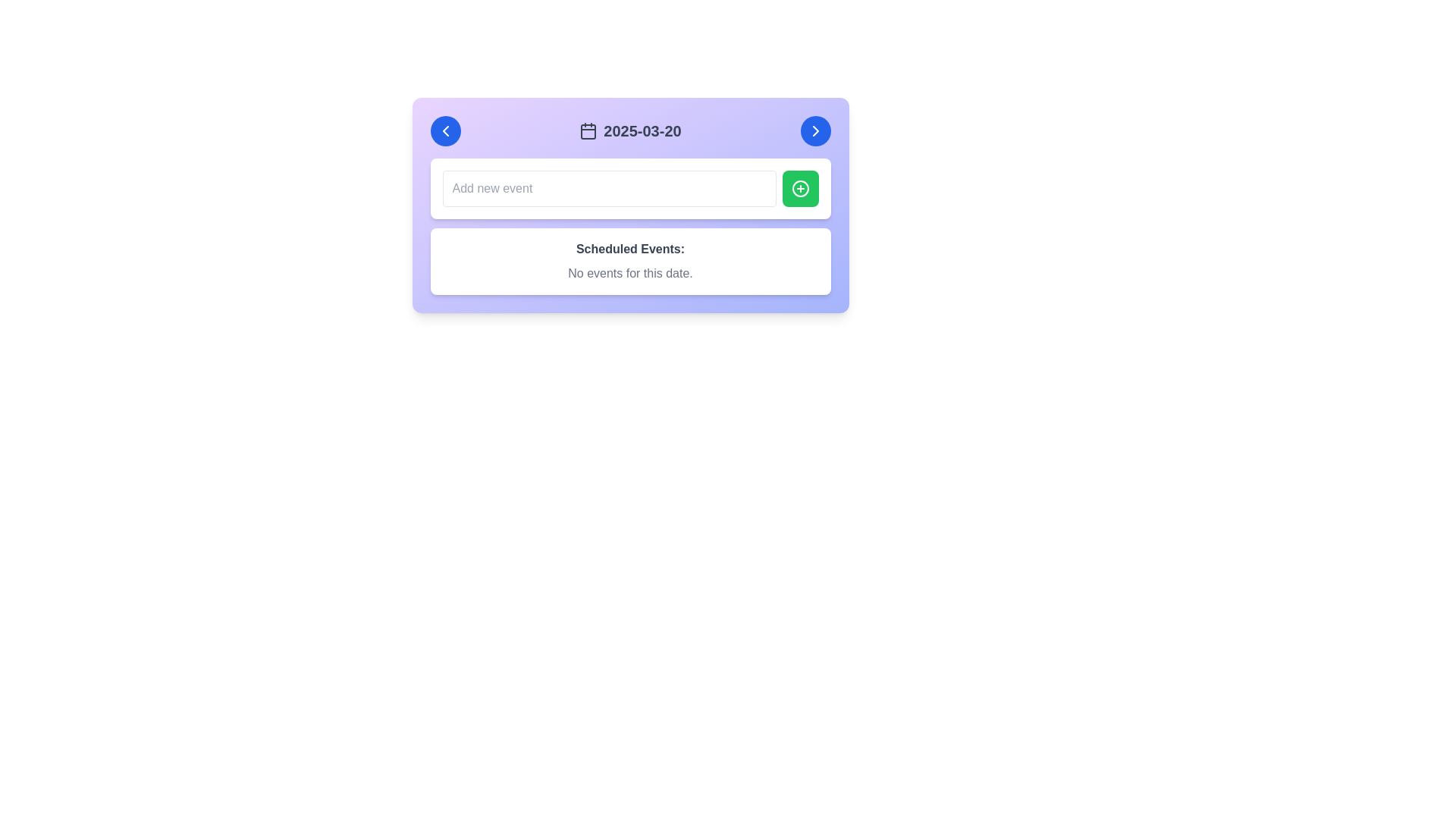  I want to click on the iconography embedded within the green button to the right of the 'Add new event' input field, so click(799, 188).